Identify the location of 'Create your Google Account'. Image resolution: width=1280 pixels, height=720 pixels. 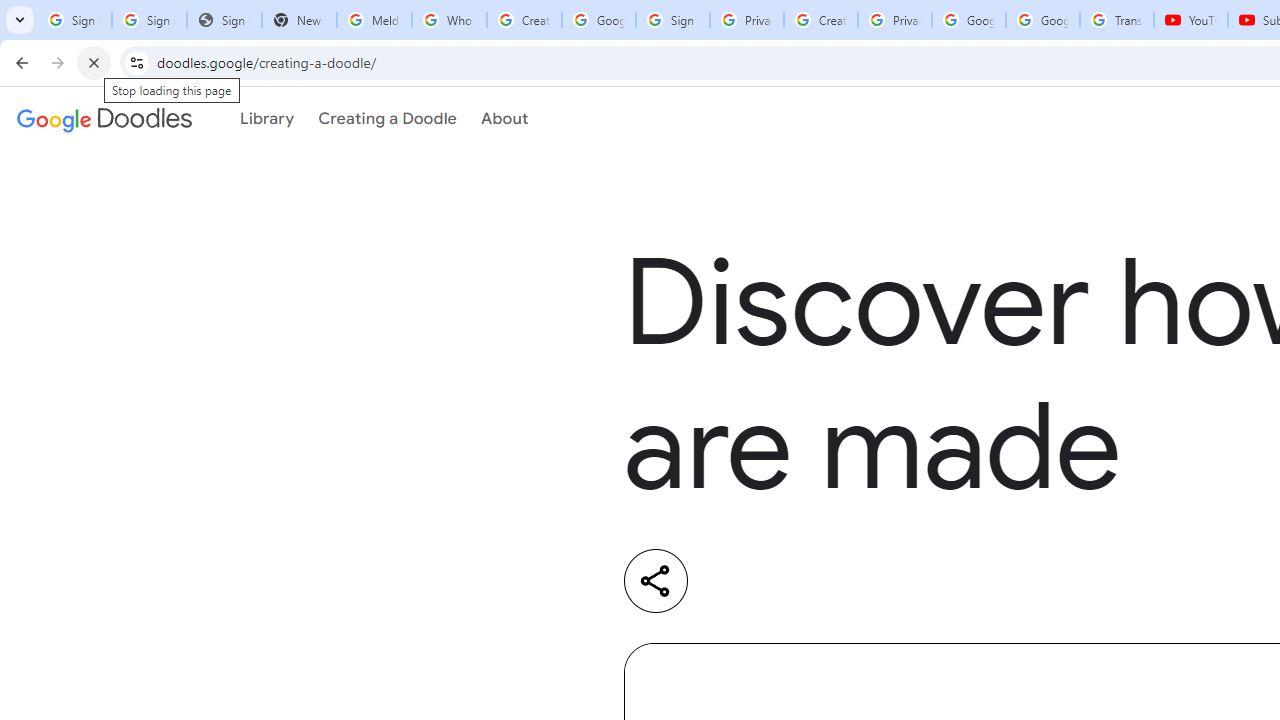
(820, 20).